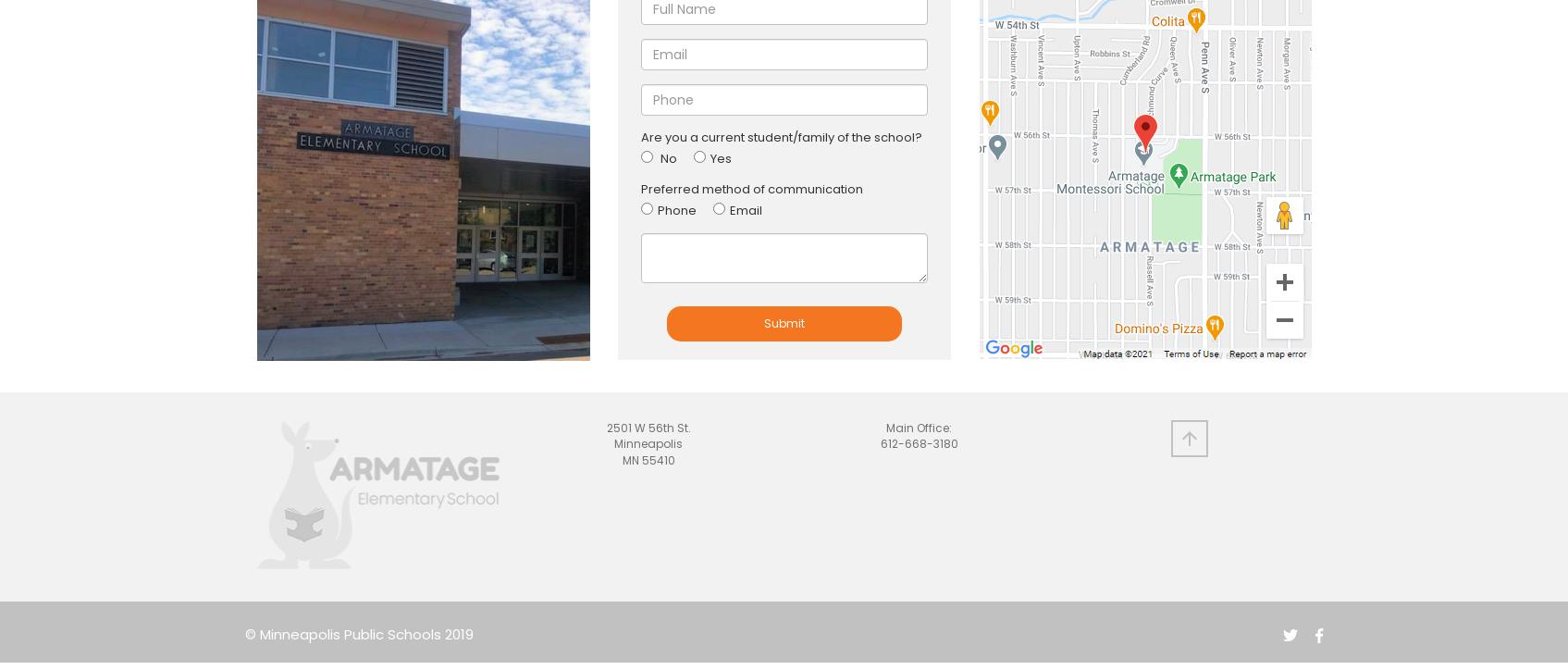  Describe the element at coordinates (783, 322) in the screenshot. I see `'Submit'` at that location.